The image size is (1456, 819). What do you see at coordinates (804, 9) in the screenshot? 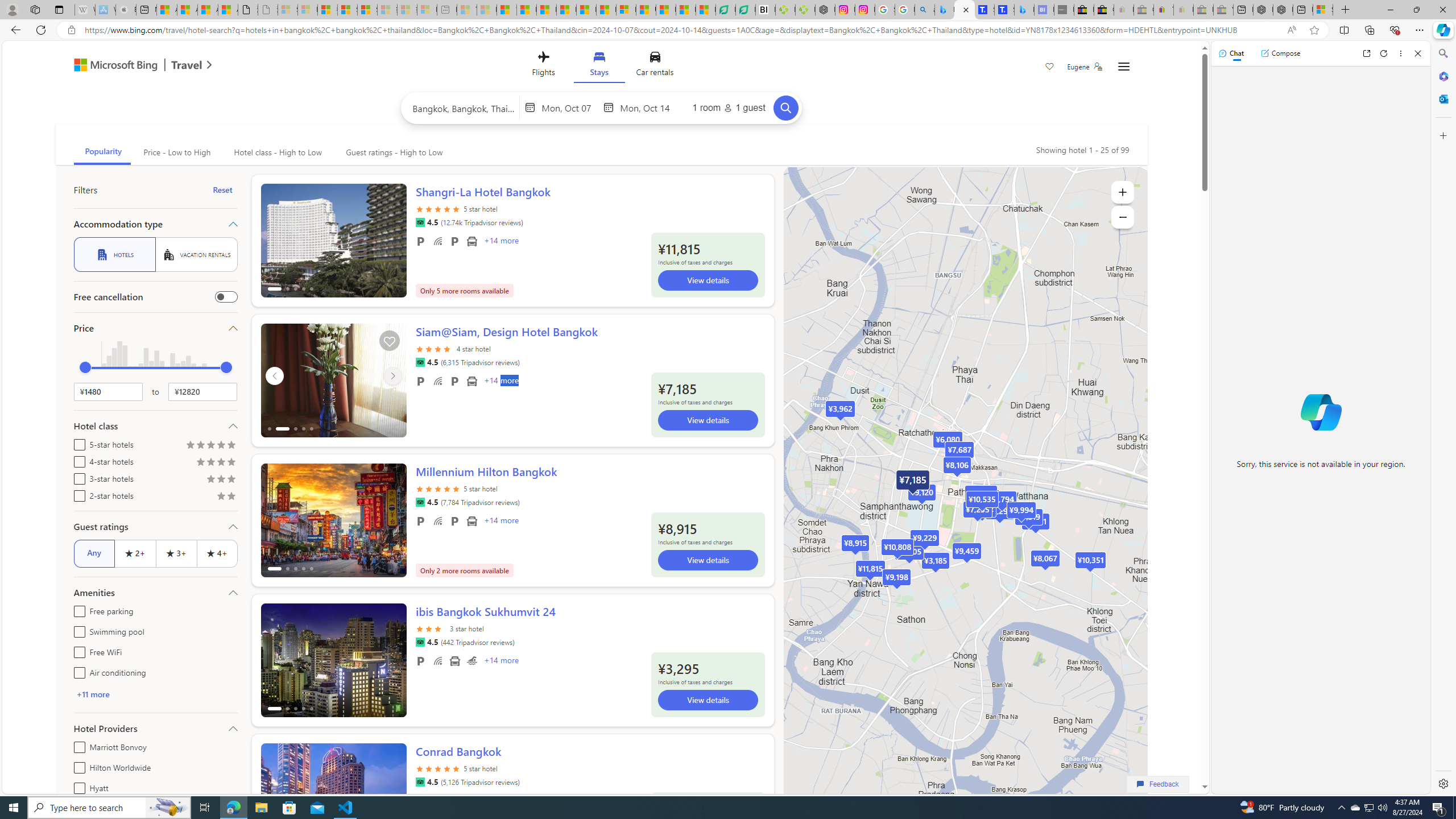
I see `'Descarga Driver Updater'` at bounding box center [804, 9].